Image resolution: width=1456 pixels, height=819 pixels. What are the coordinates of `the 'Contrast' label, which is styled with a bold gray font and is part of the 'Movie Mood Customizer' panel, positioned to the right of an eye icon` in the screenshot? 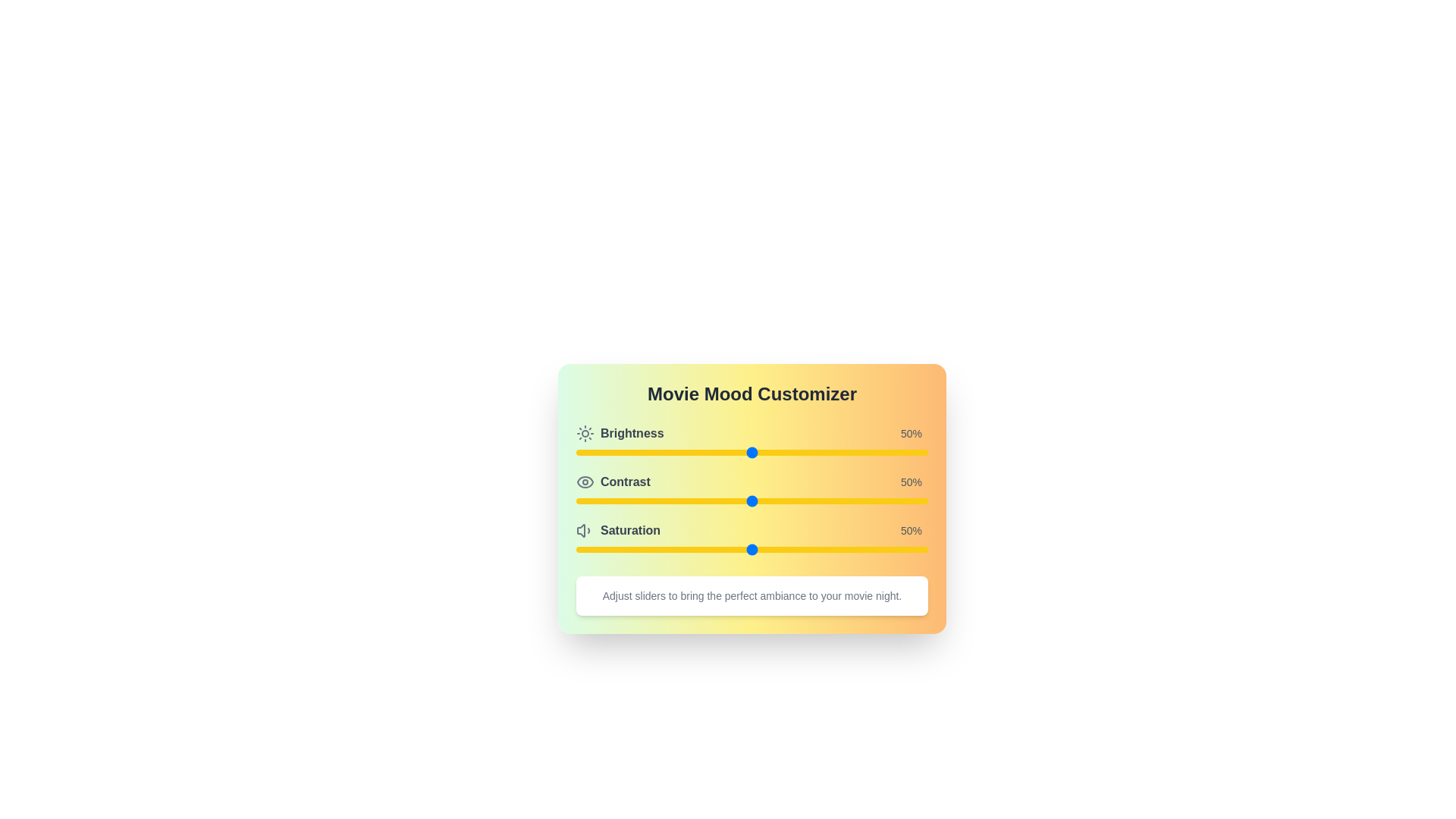 It's located at (625, 482).